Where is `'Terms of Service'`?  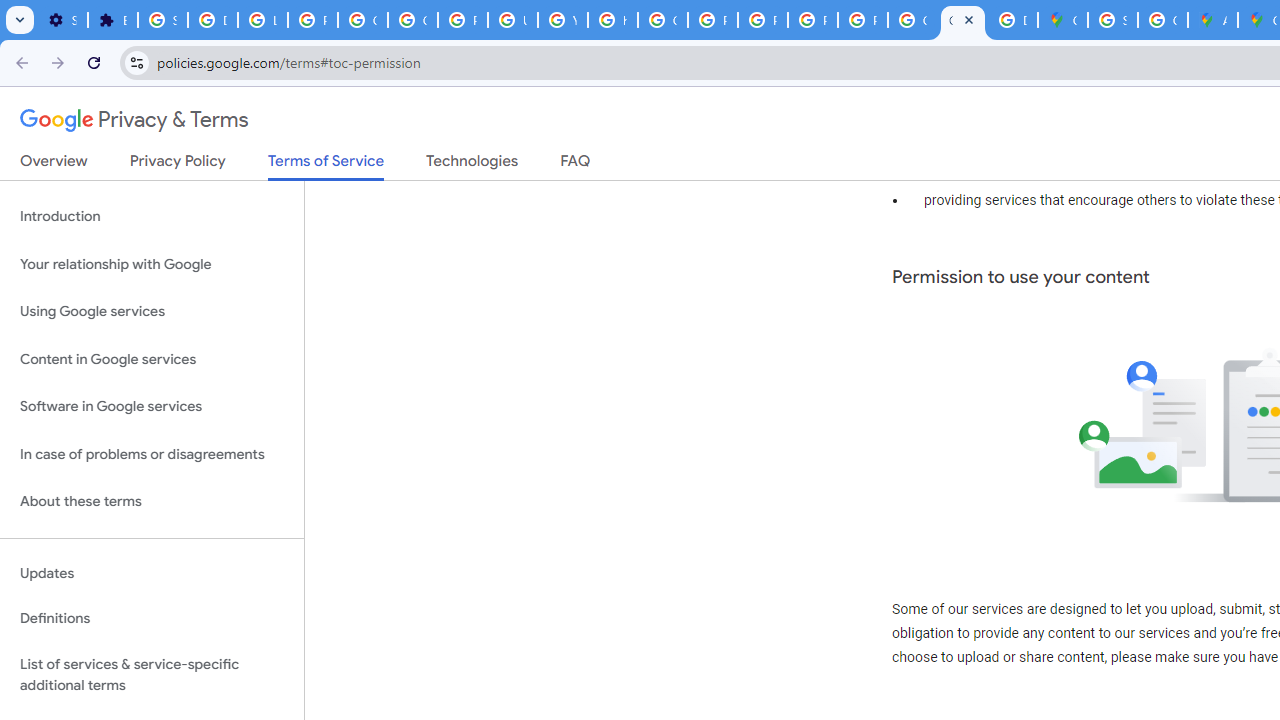 'Terms of Service' is located at coordinates (326, 165).